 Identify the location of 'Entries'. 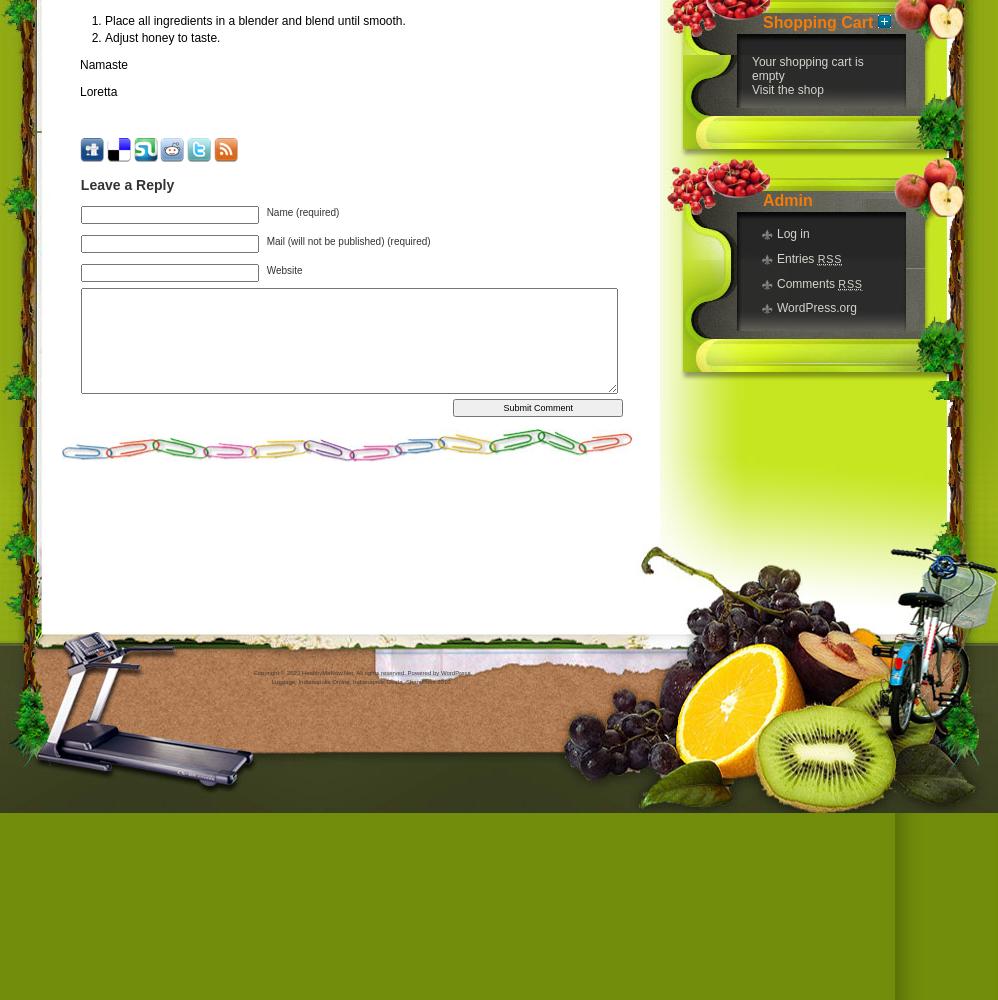
(796, 258).